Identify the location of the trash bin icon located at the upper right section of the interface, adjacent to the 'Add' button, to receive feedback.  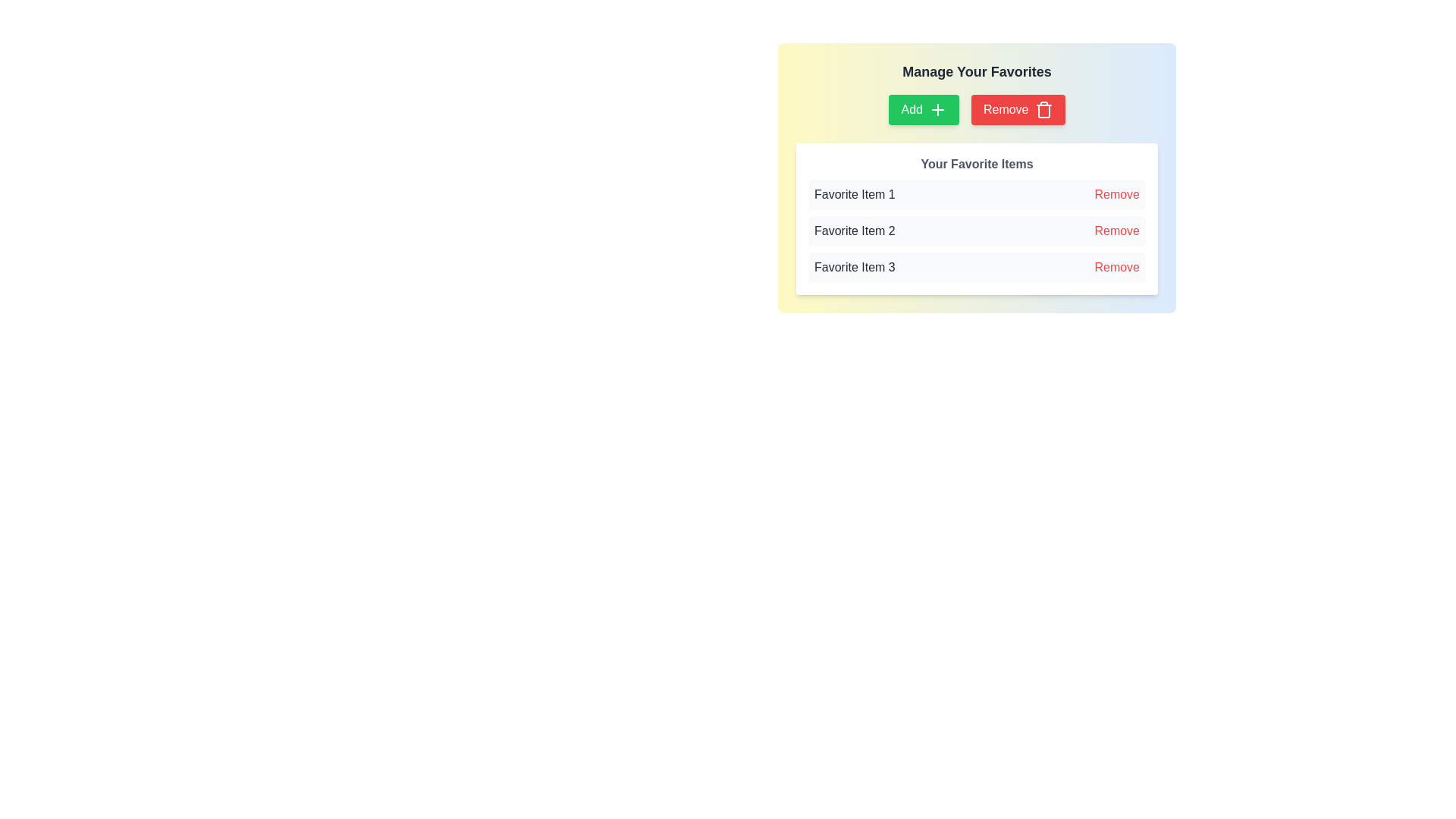
(1043, 109).